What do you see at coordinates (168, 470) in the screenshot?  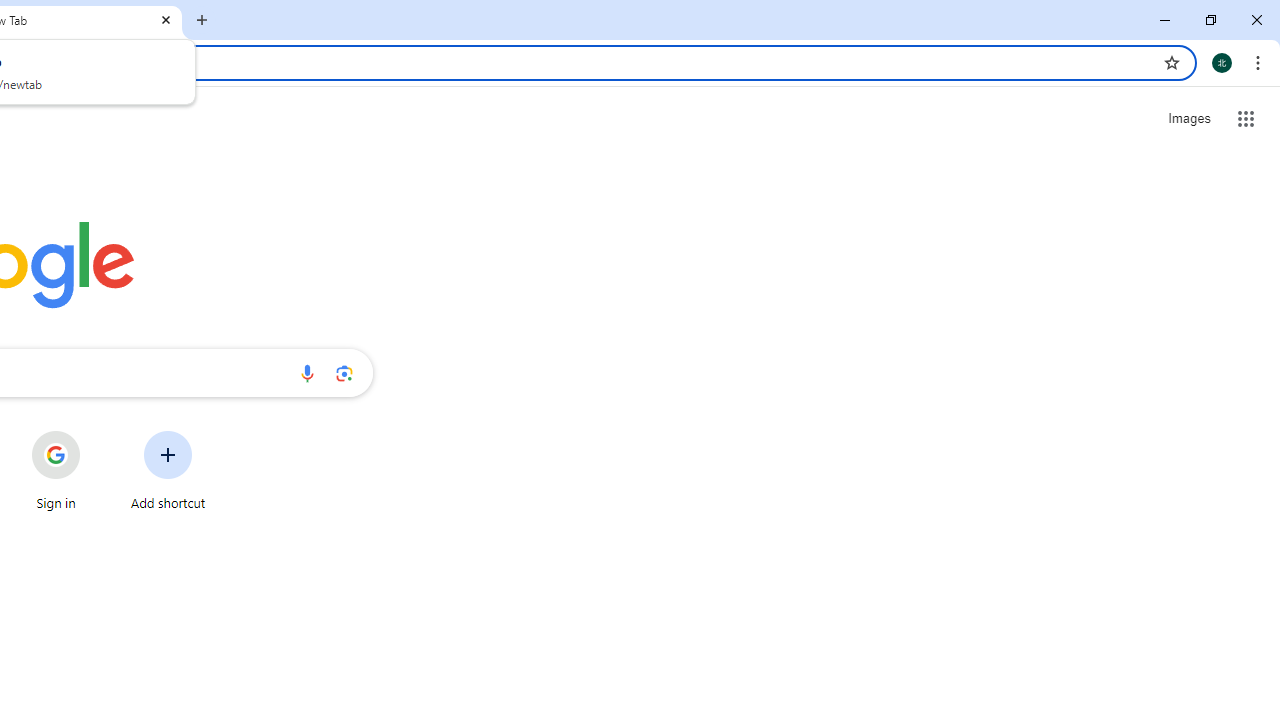 I see `'Add shortcut'` at bounding box center [168, 470].